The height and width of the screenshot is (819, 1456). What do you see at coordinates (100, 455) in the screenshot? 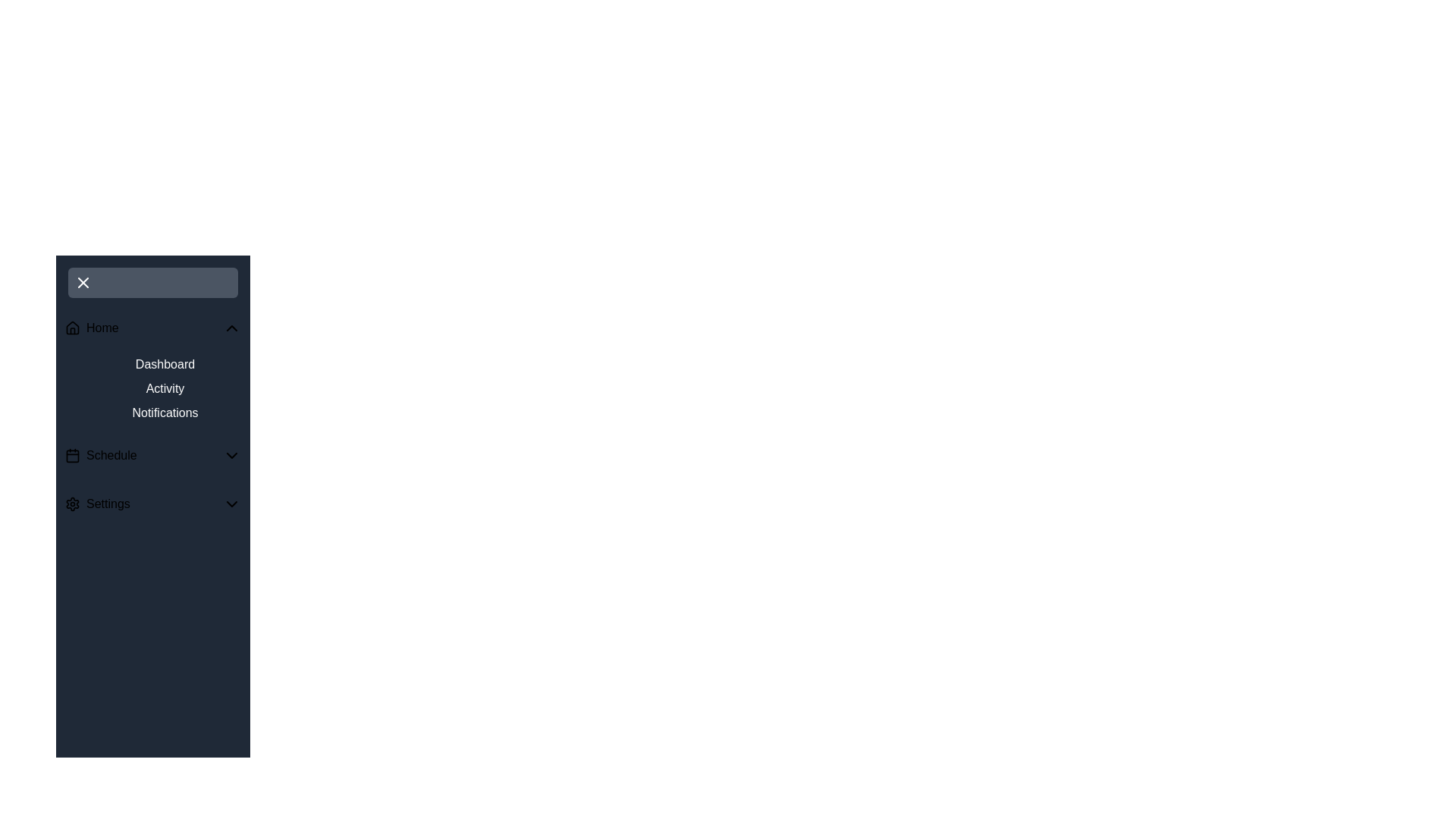
I see `the interactive label that combines a calendar icon and the text 'Schedule'` at bounding box center [100, 455].